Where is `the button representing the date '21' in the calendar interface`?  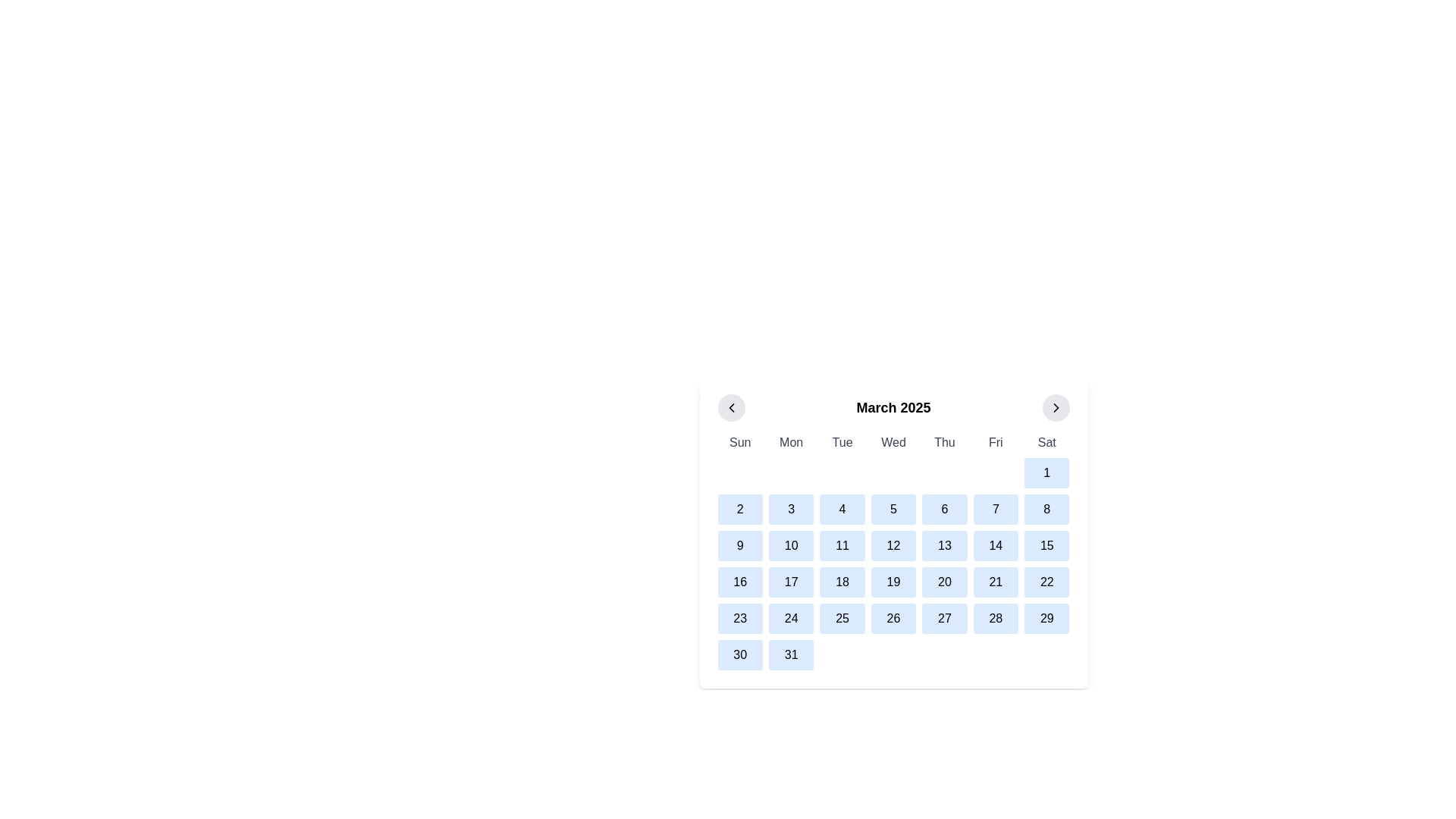 the button representing the date '21' in the calendar interface is located at coordinates (996, 581).